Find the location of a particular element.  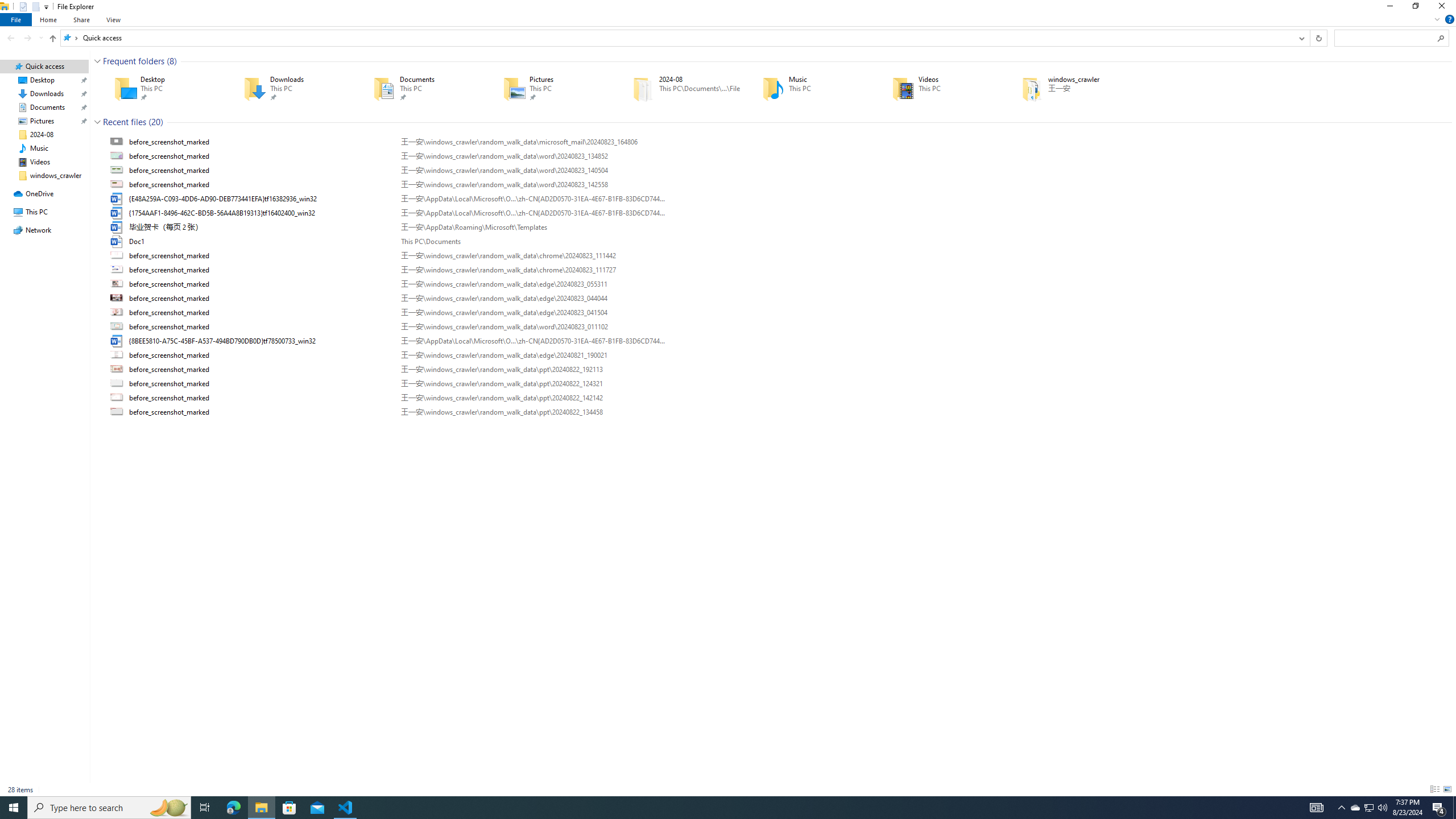

'2024-08' is located at coordinates (681, 88).